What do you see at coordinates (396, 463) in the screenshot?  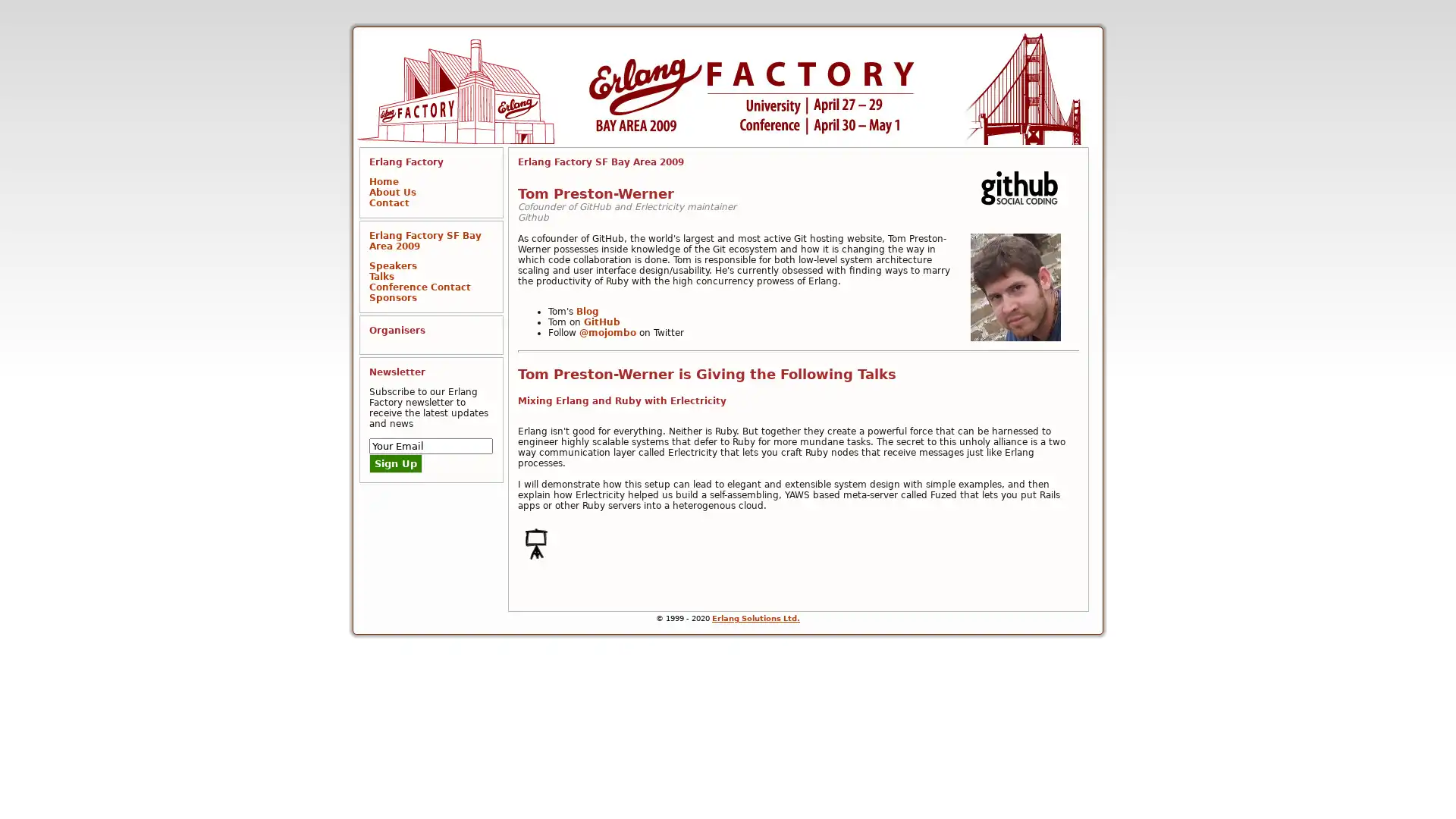 I see `Sign Up` at bounding box center [396, 463].